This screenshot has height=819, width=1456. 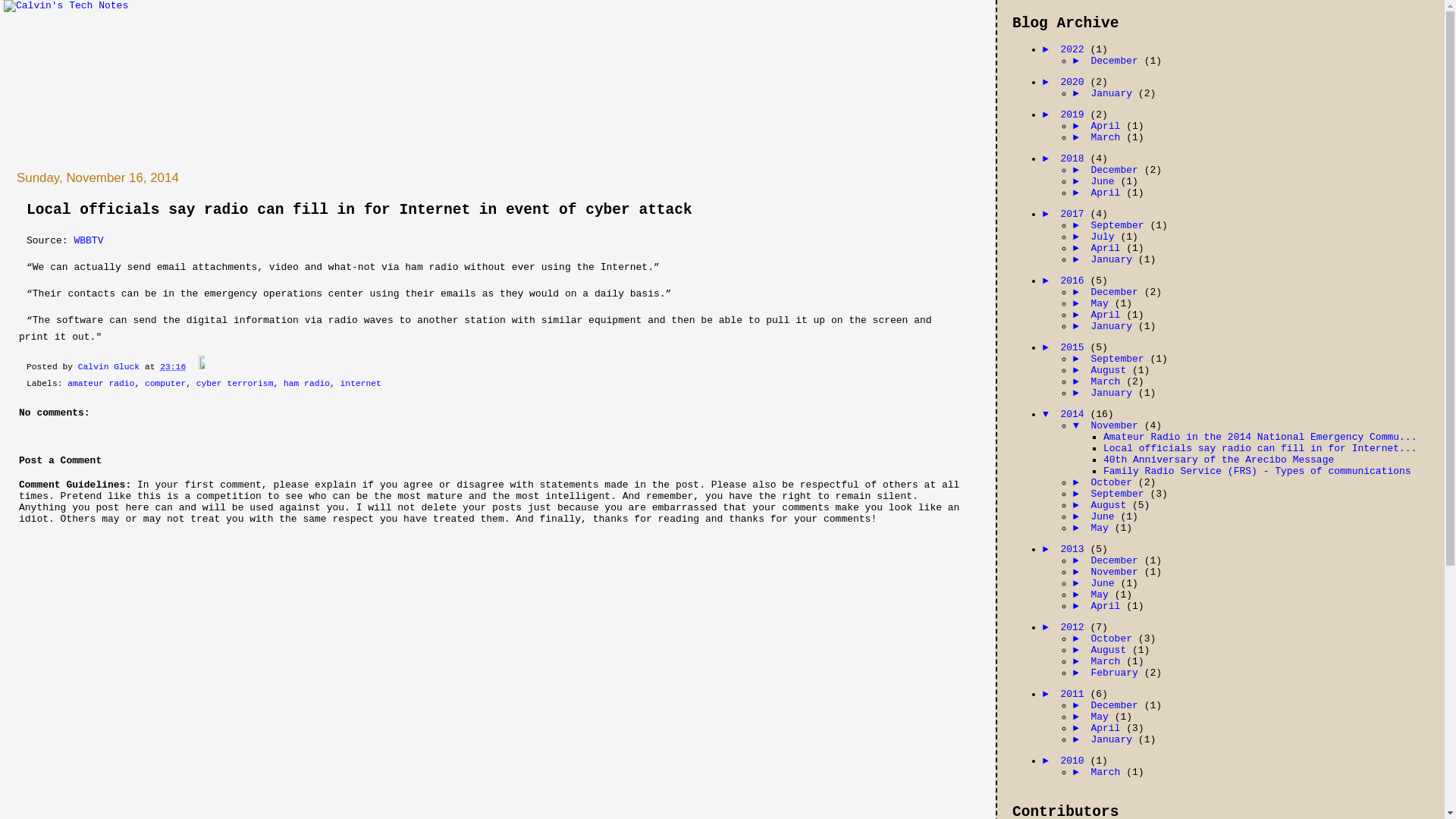 I want to click on '2019', so click(x=1074, y=114).